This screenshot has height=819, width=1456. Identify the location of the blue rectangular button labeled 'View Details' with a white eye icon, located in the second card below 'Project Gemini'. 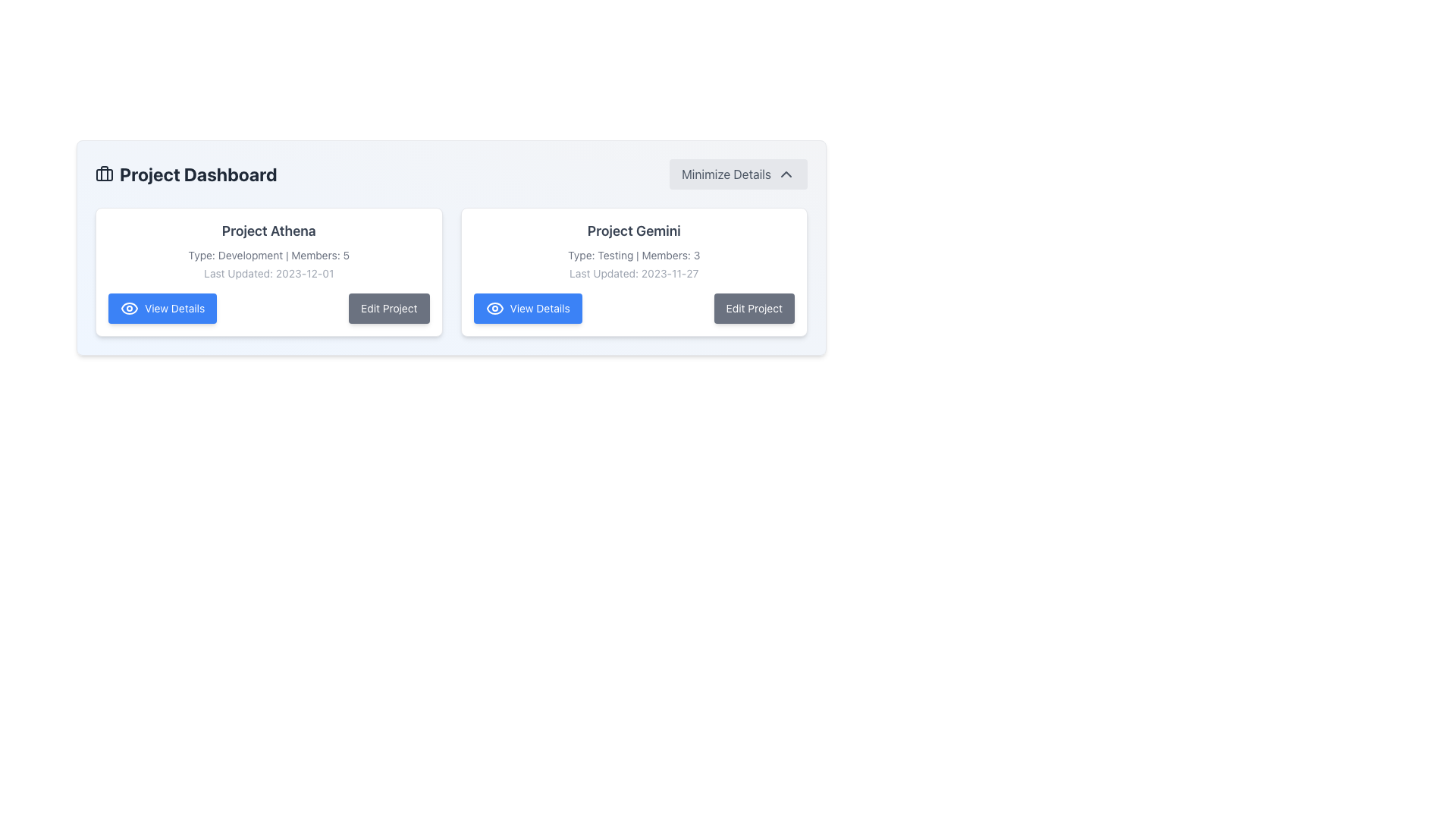
(528, 308).